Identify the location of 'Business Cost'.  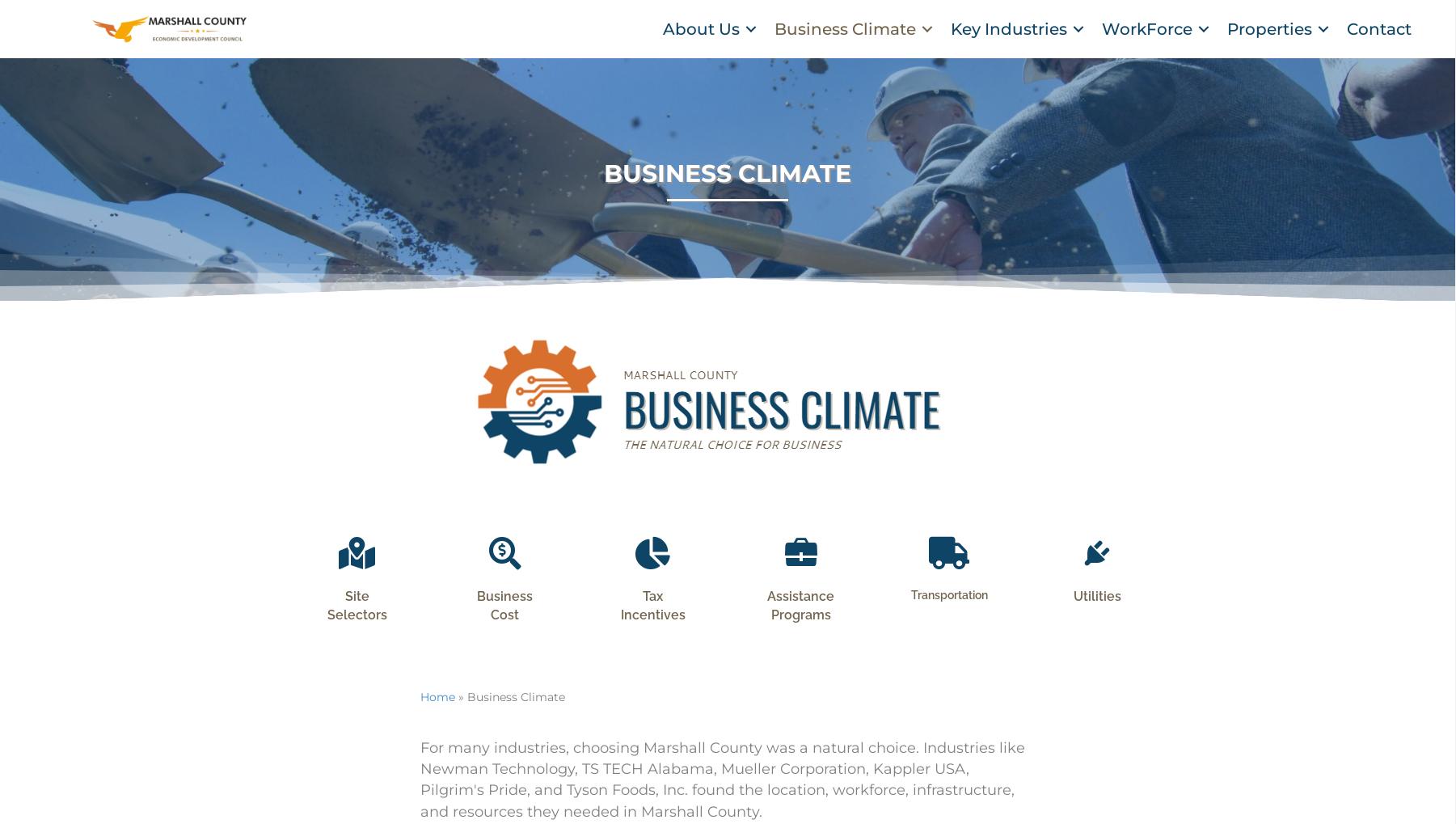
(504, 625).